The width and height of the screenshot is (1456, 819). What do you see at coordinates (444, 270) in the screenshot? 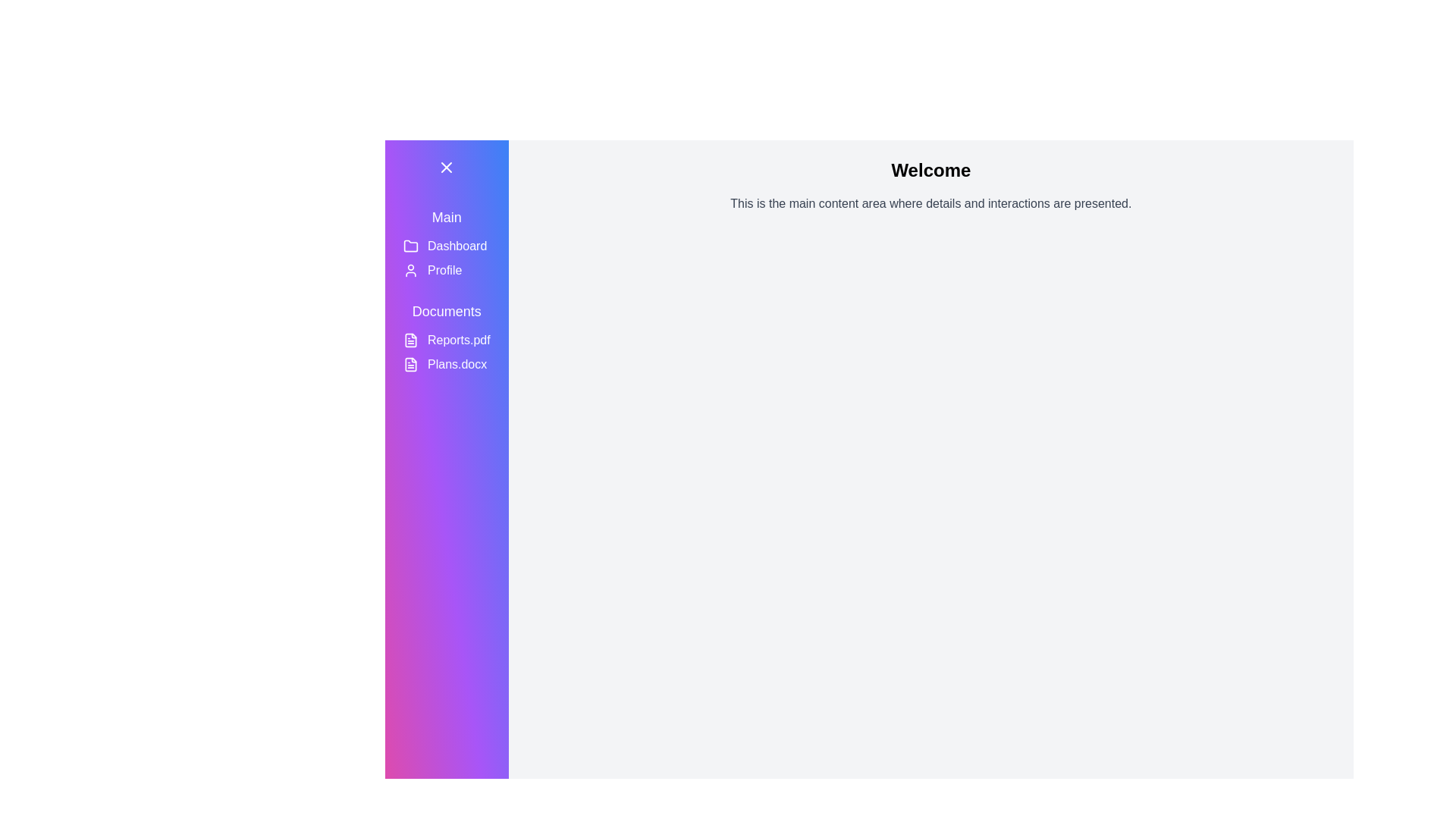
I see `the 'Profile' menu item in the sidebar, which is located under 'Dashboard' and next to the user avatar icon` at bounding box center [444, 270].